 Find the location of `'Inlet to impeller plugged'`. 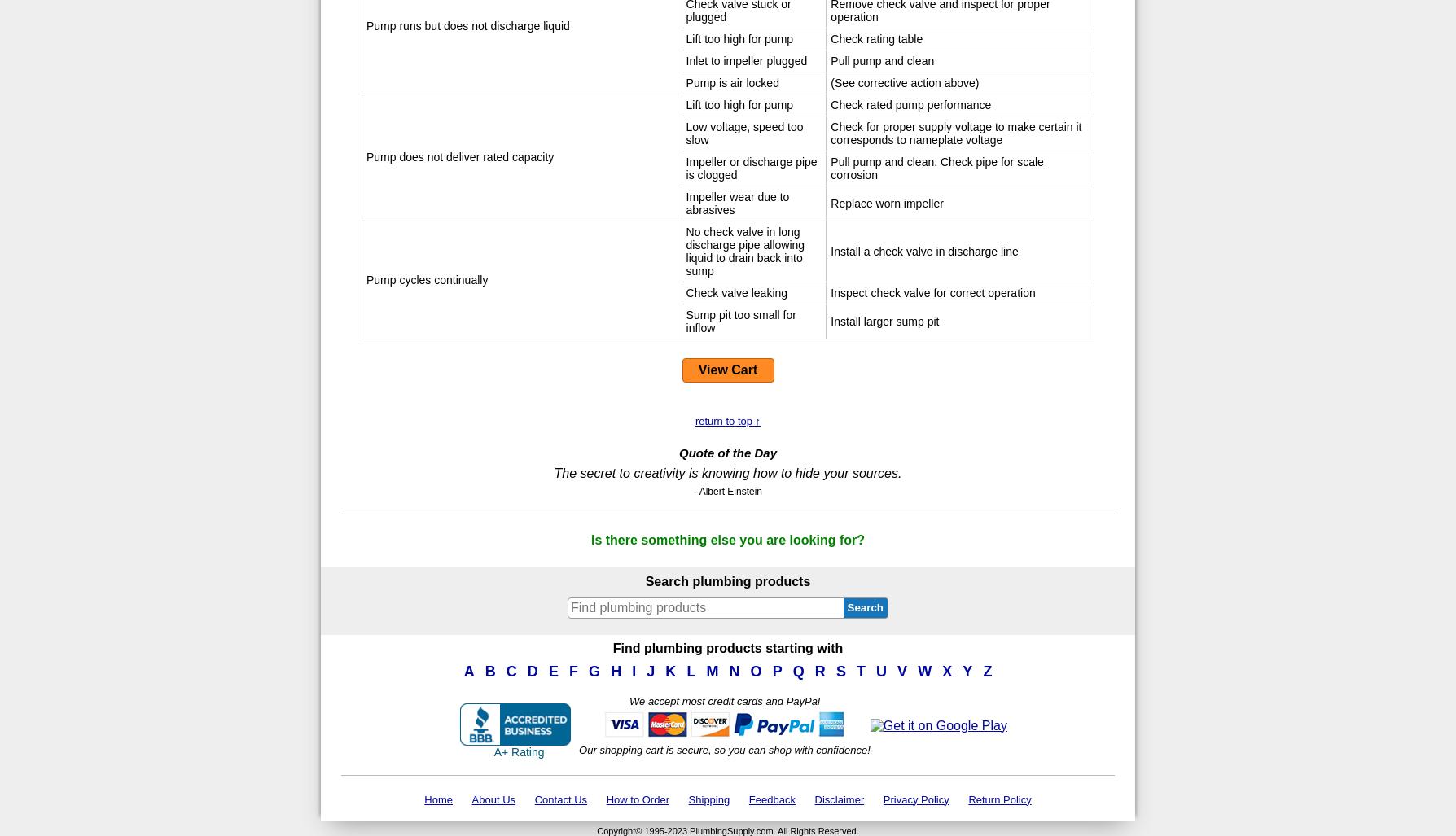

'Inlet to impeller plugged' is located at coordinates (746, 59).